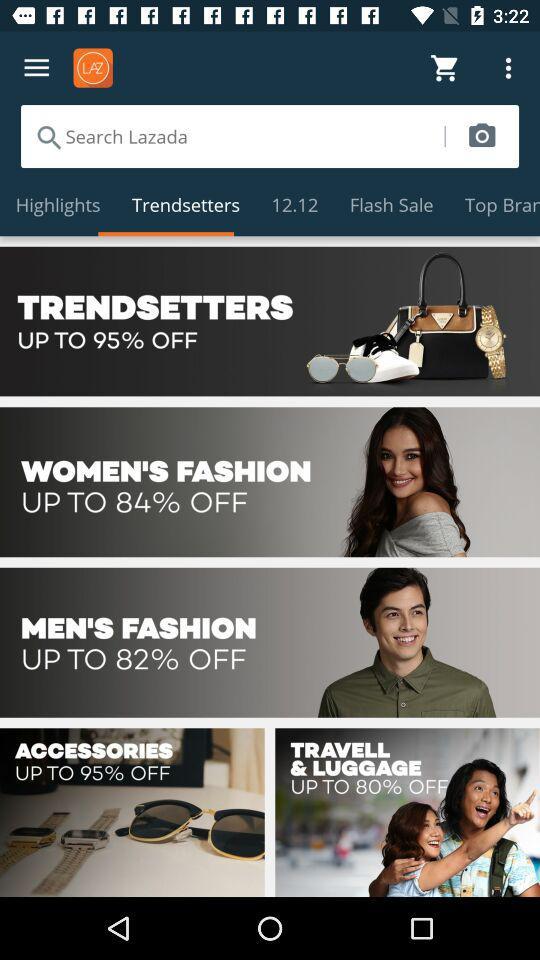  Describe the element at coordinates (481, 135) in the screenshot. I see `open native camera` at that location.